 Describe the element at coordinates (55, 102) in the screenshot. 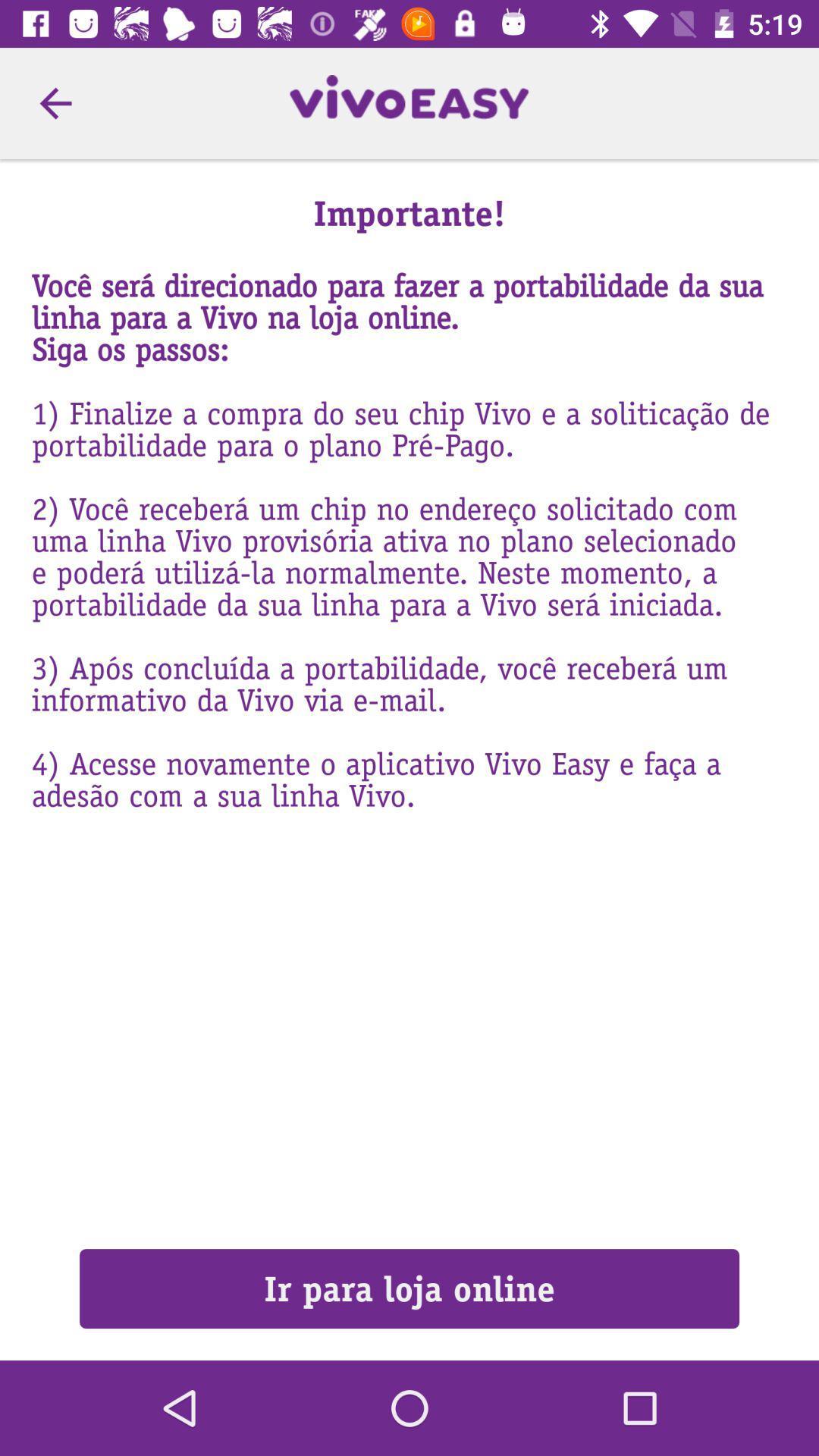

I see `the item at the top left corner` at that location.